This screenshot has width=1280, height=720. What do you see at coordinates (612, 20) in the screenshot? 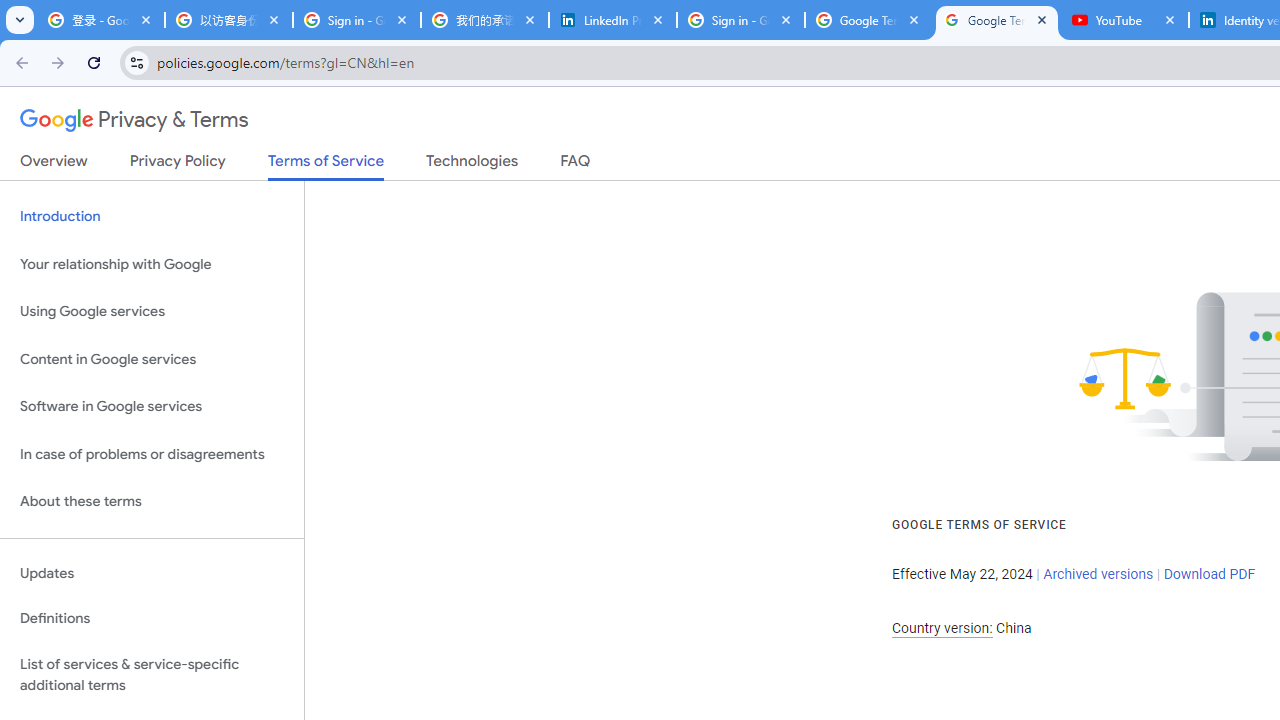
I see `'LinkedIn Privacy Policy'` at bounding box center [612, 20].